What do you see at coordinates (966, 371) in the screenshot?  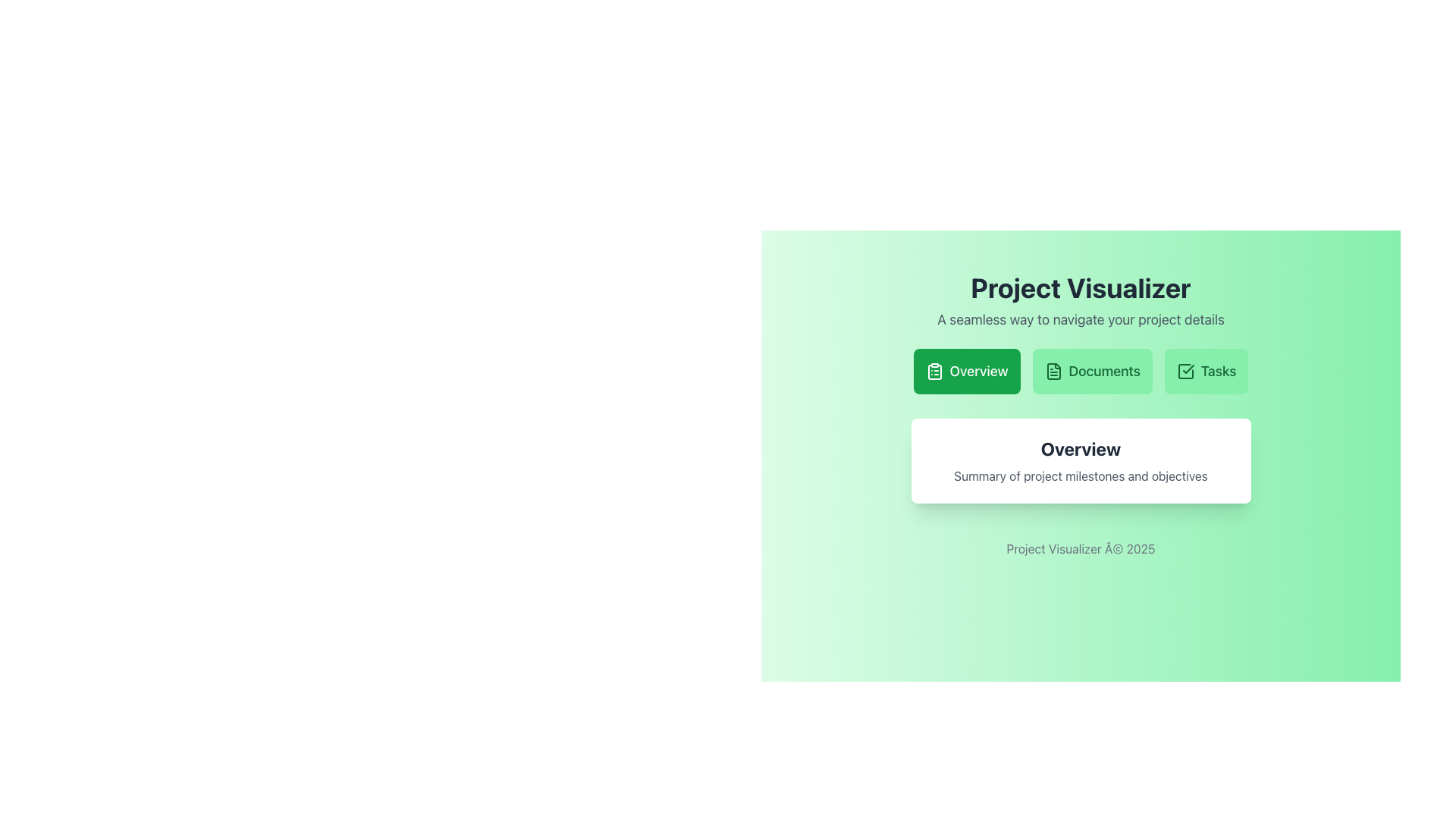 I see `the 'Overview' button located on the leftmost side of the button row under 'Project Visualizer'` at bounding box center [966, 371].